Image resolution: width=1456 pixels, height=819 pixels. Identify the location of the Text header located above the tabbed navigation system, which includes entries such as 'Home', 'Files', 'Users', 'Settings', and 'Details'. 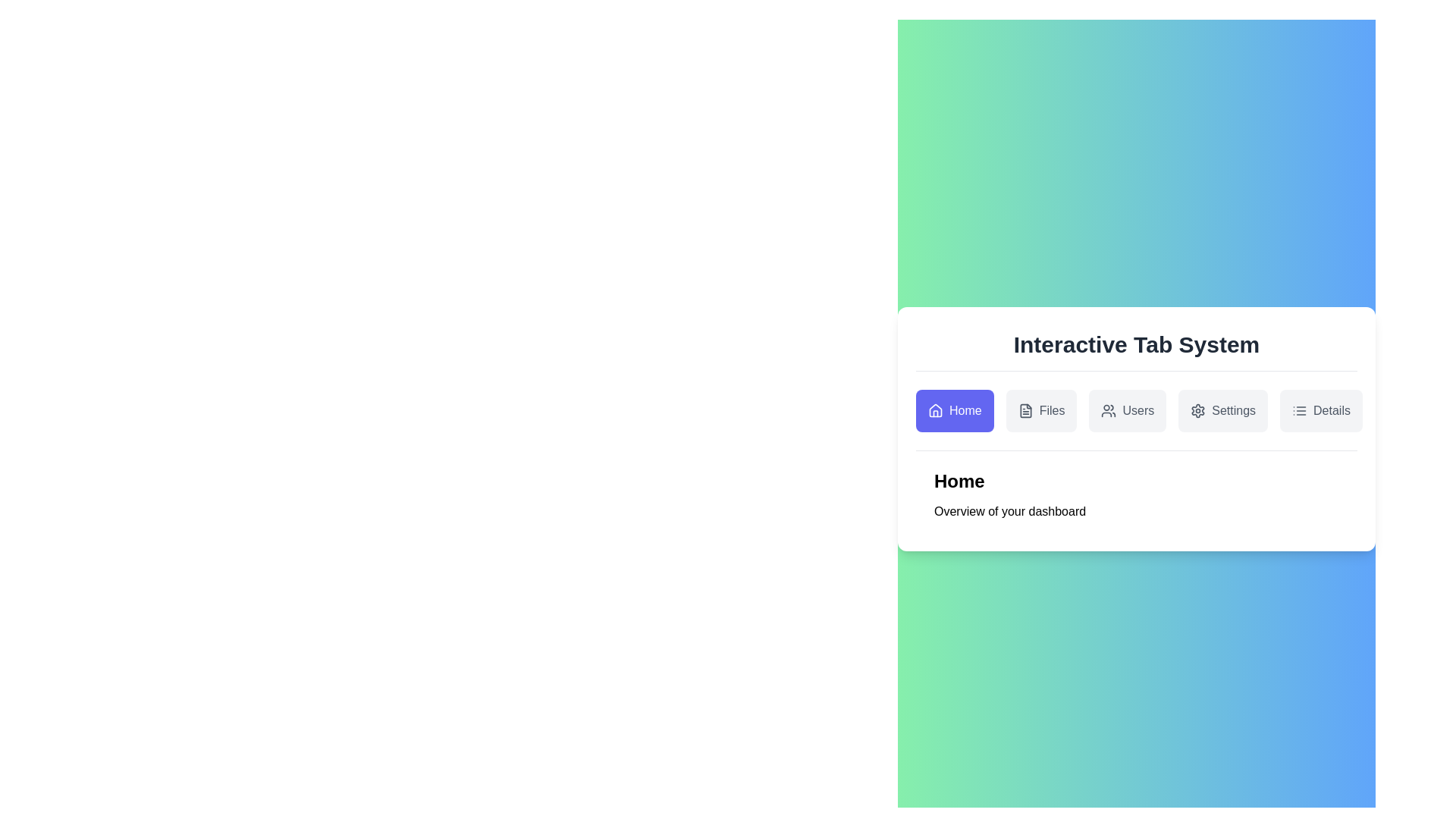
(1136, 345).